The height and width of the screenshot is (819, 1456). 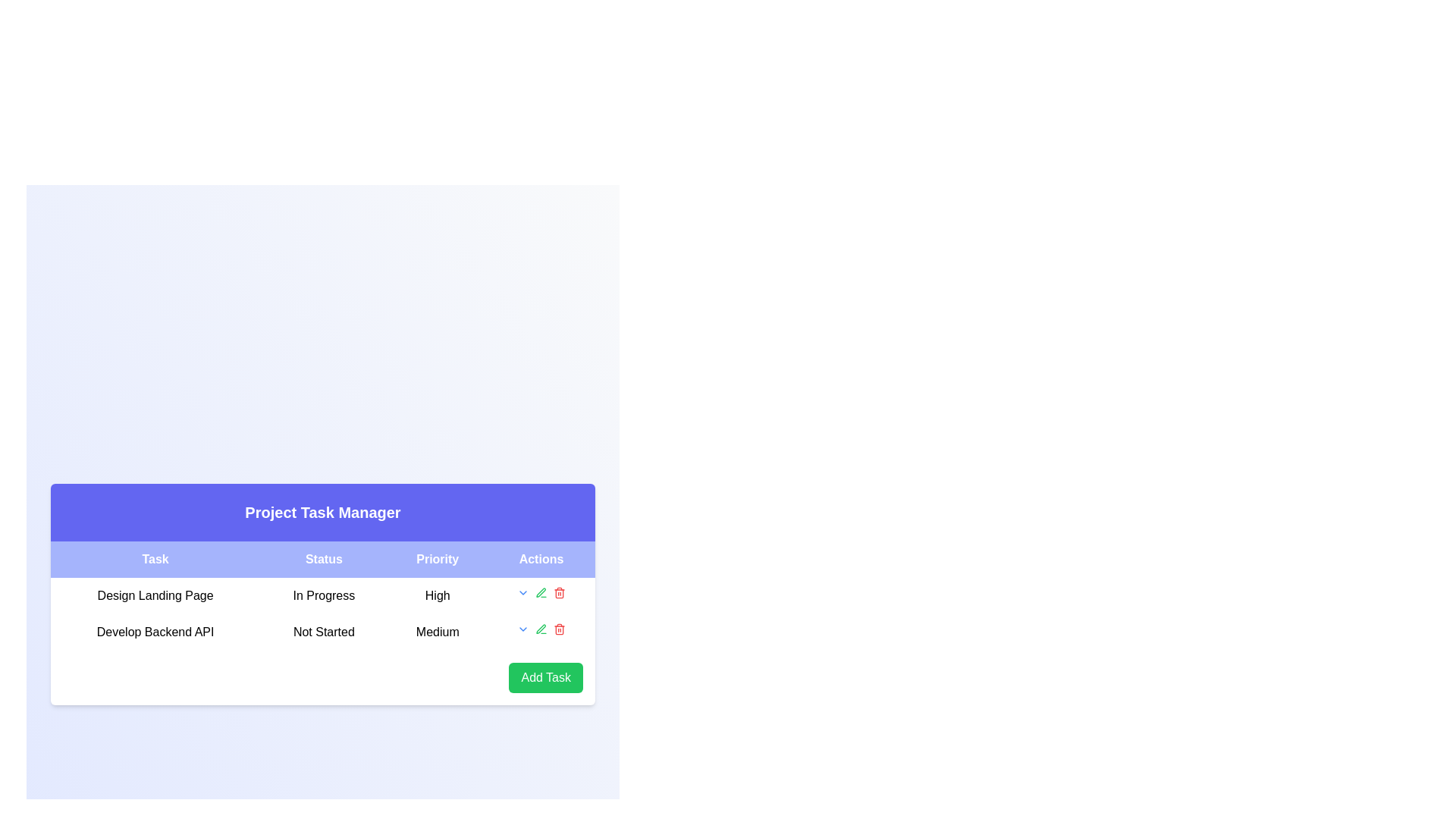 What do you see at coordinates (559, 593) in the screenshot?
I see `the trash can icon located in the 'Actions' column of the second row in the task table, which is associated with the 'Develop Backend API' task` at bounding box center [559, 593].